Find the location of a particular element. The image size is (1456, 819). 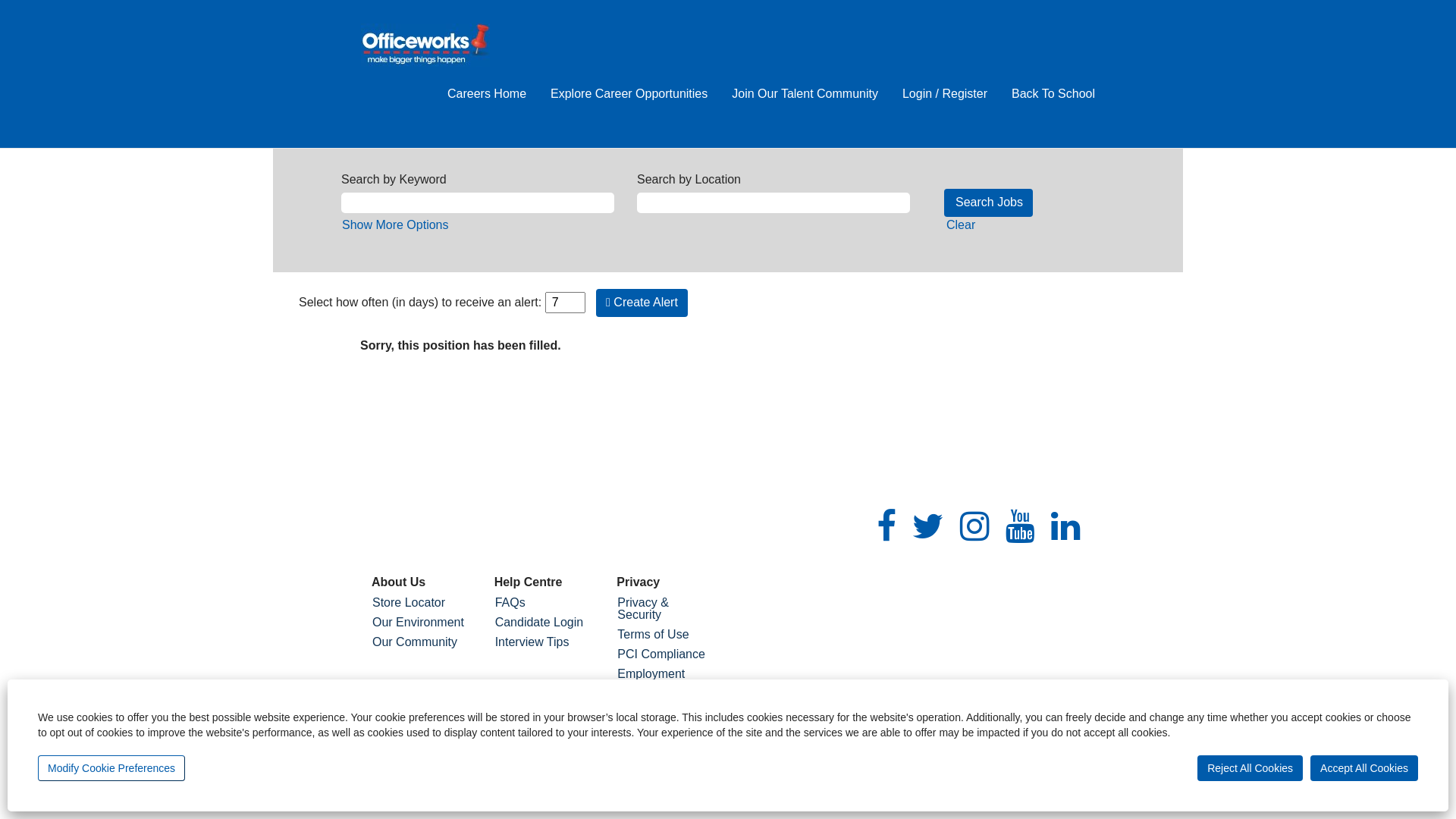

'FAQs' is located at coordinates (494, 601).